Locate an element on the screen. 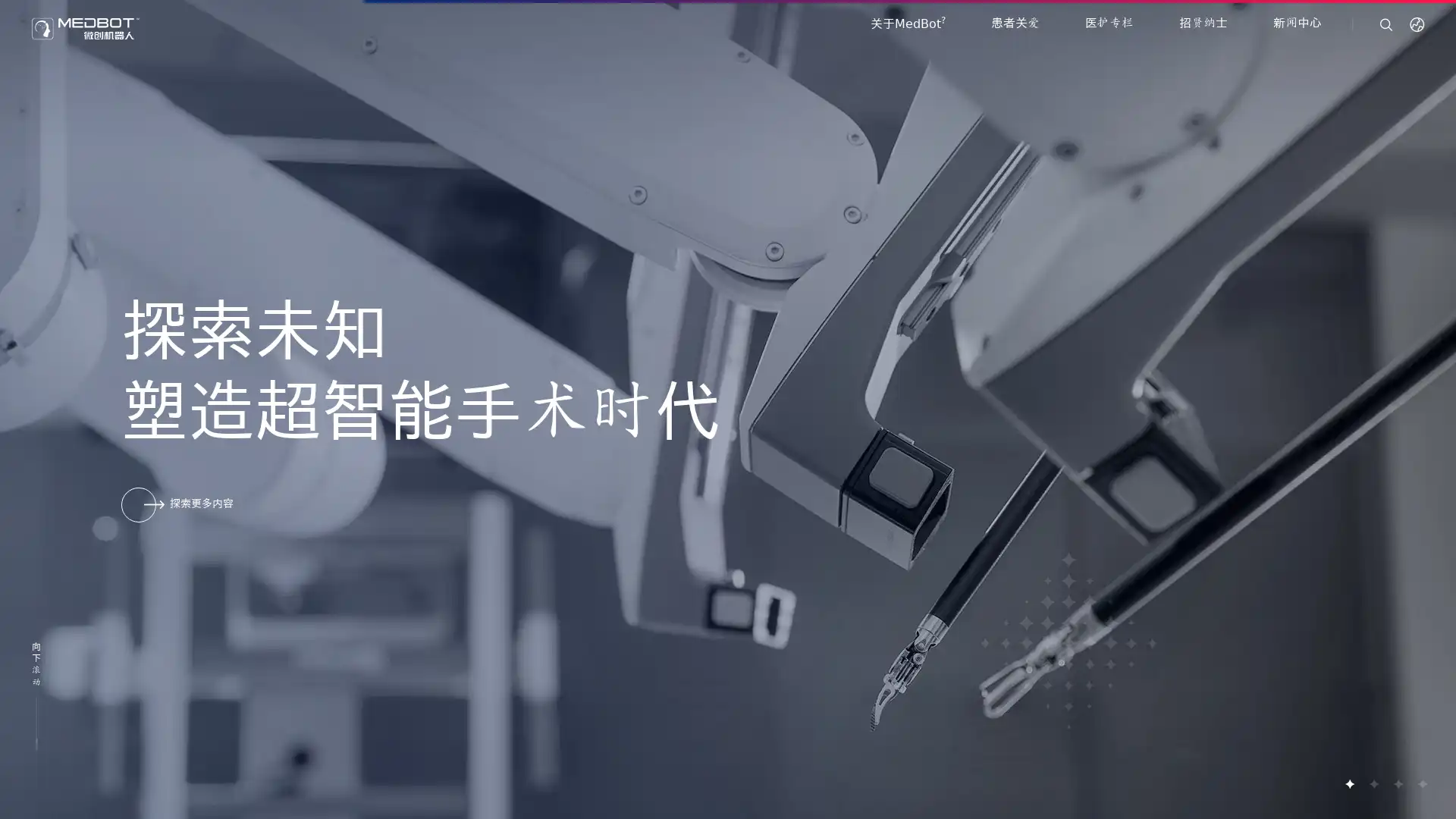 The width and height of the screenshot is (1456, 819). Go to slide 4 is located at coordinates (1421, 783).